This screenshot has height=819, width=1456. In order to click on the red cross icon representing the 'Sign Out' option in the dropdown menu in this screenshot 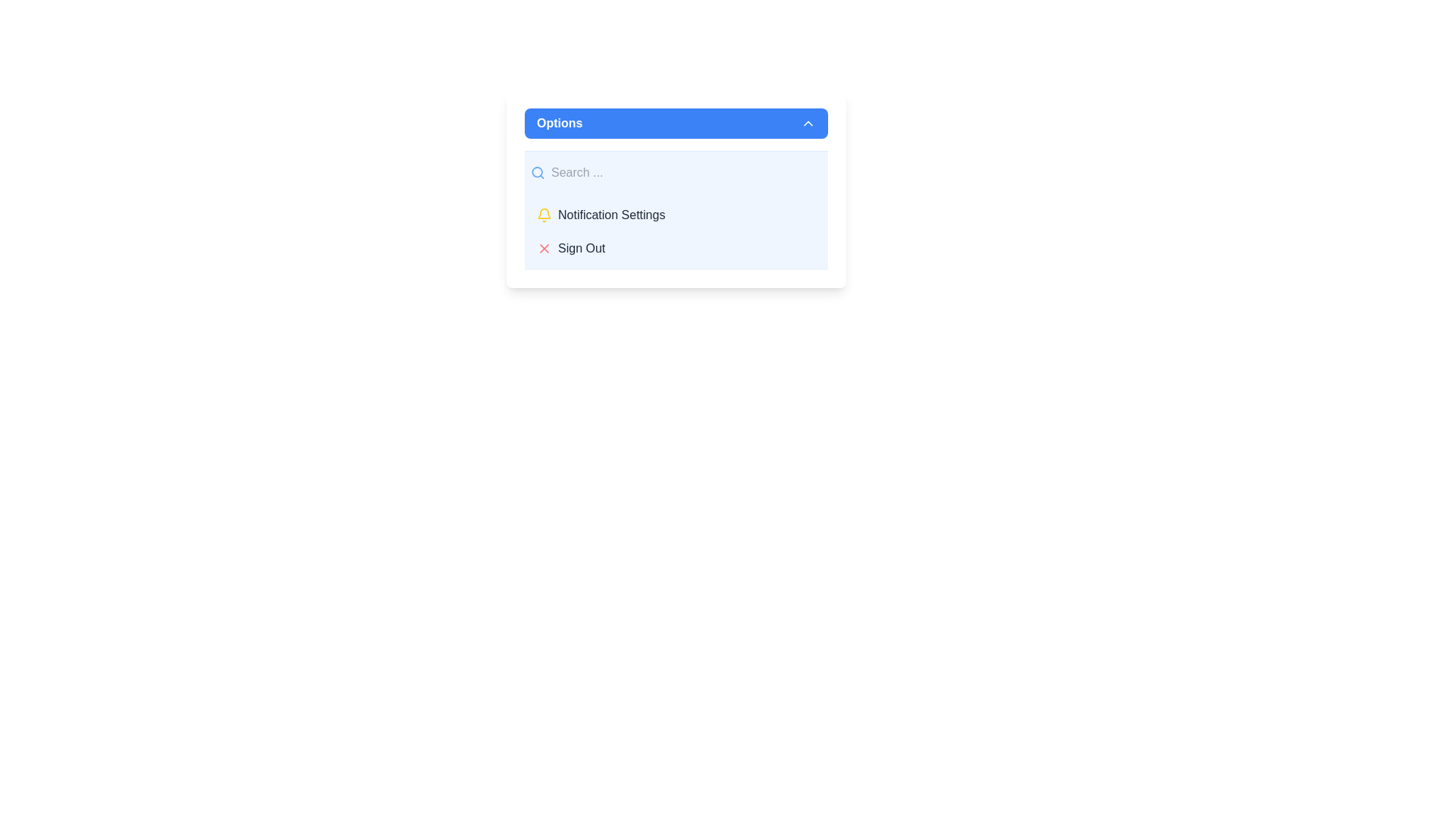, I will do `click(544, 247)`.